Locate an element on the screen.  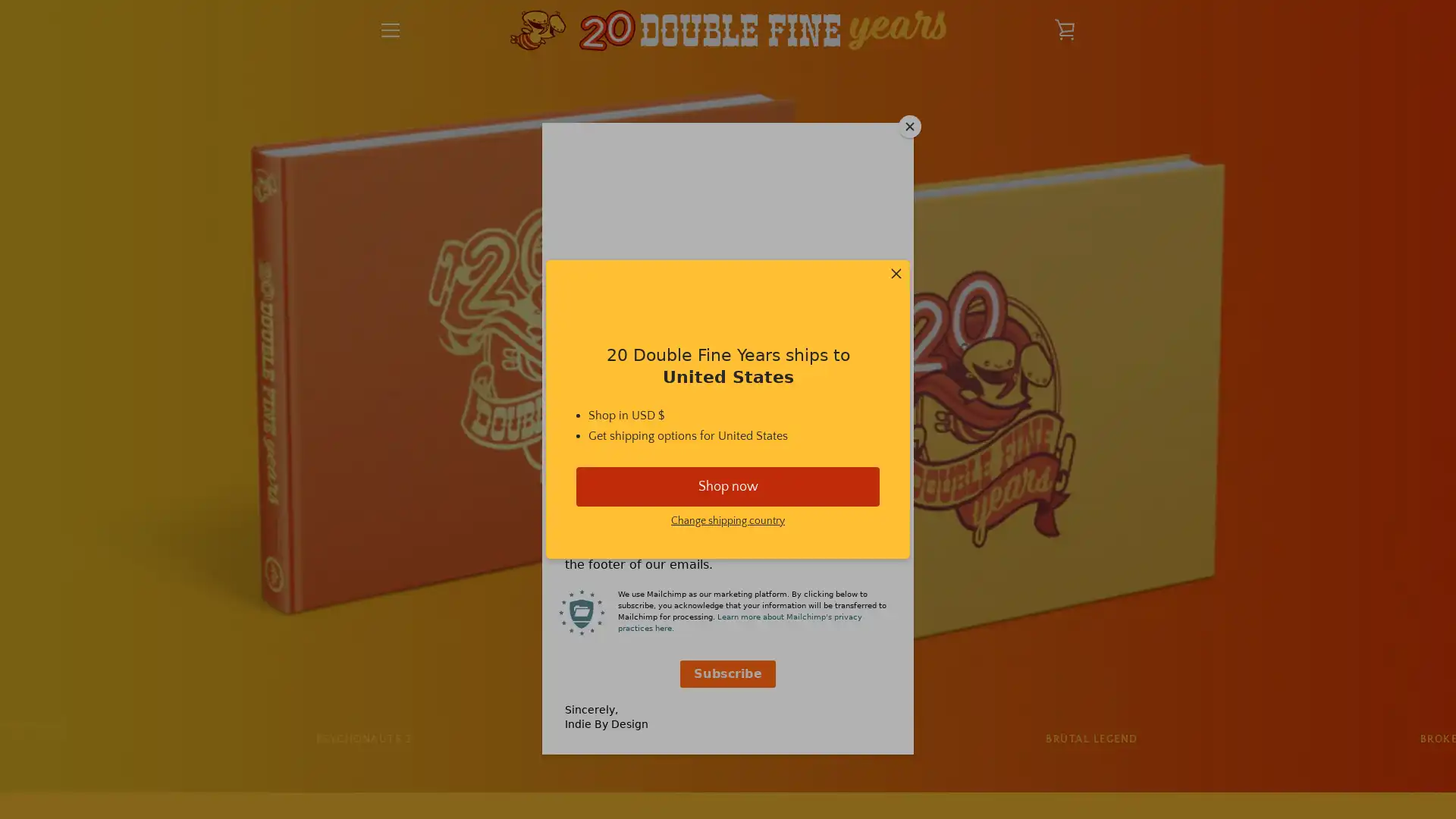
SLIDE 4 BRUTAL LEGEND is located at coordinates (1090, 739).